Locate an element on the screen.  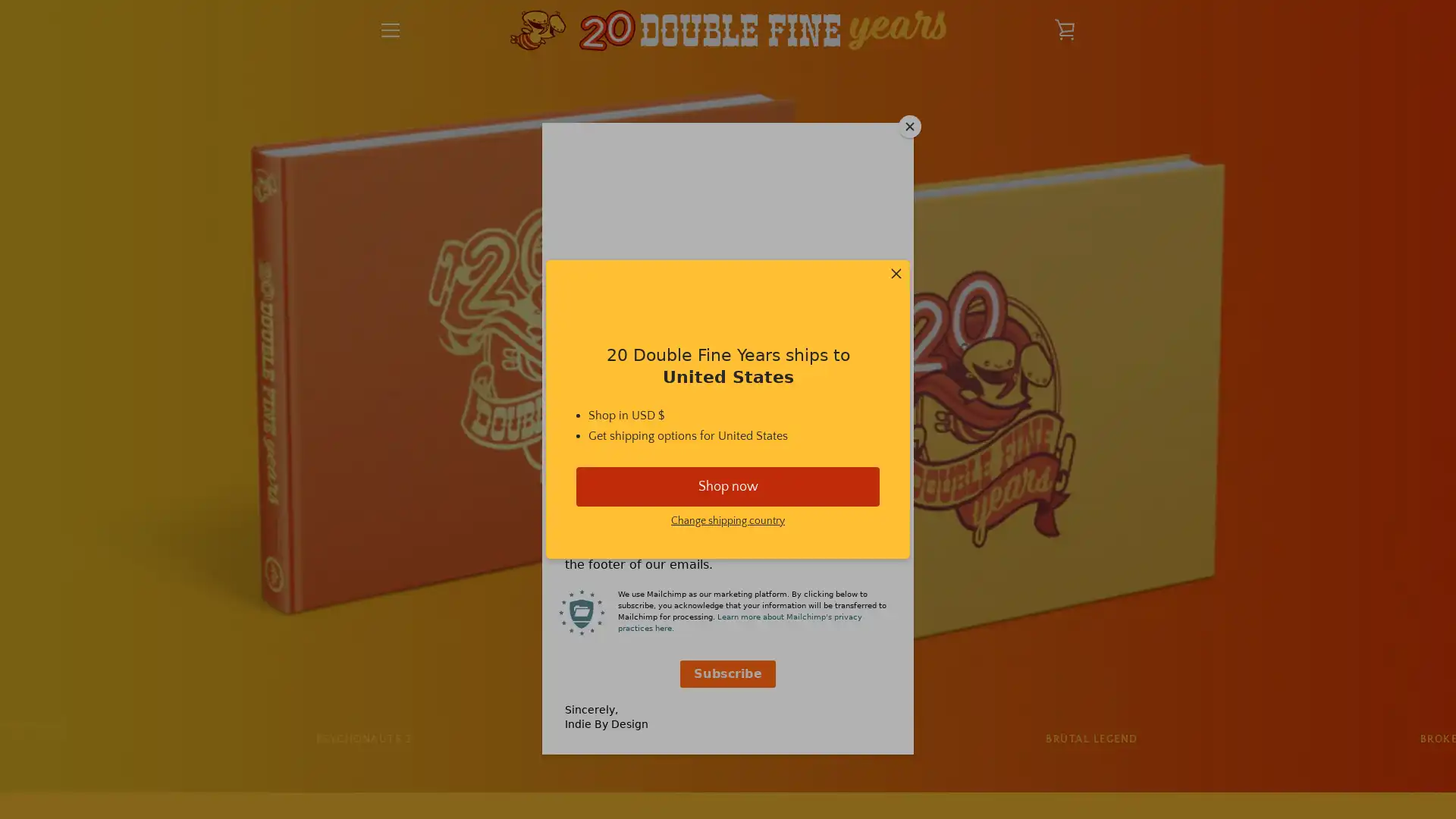
SLIDE 4 BRUTAL LEGEND is located at coordinates (1090, 739).